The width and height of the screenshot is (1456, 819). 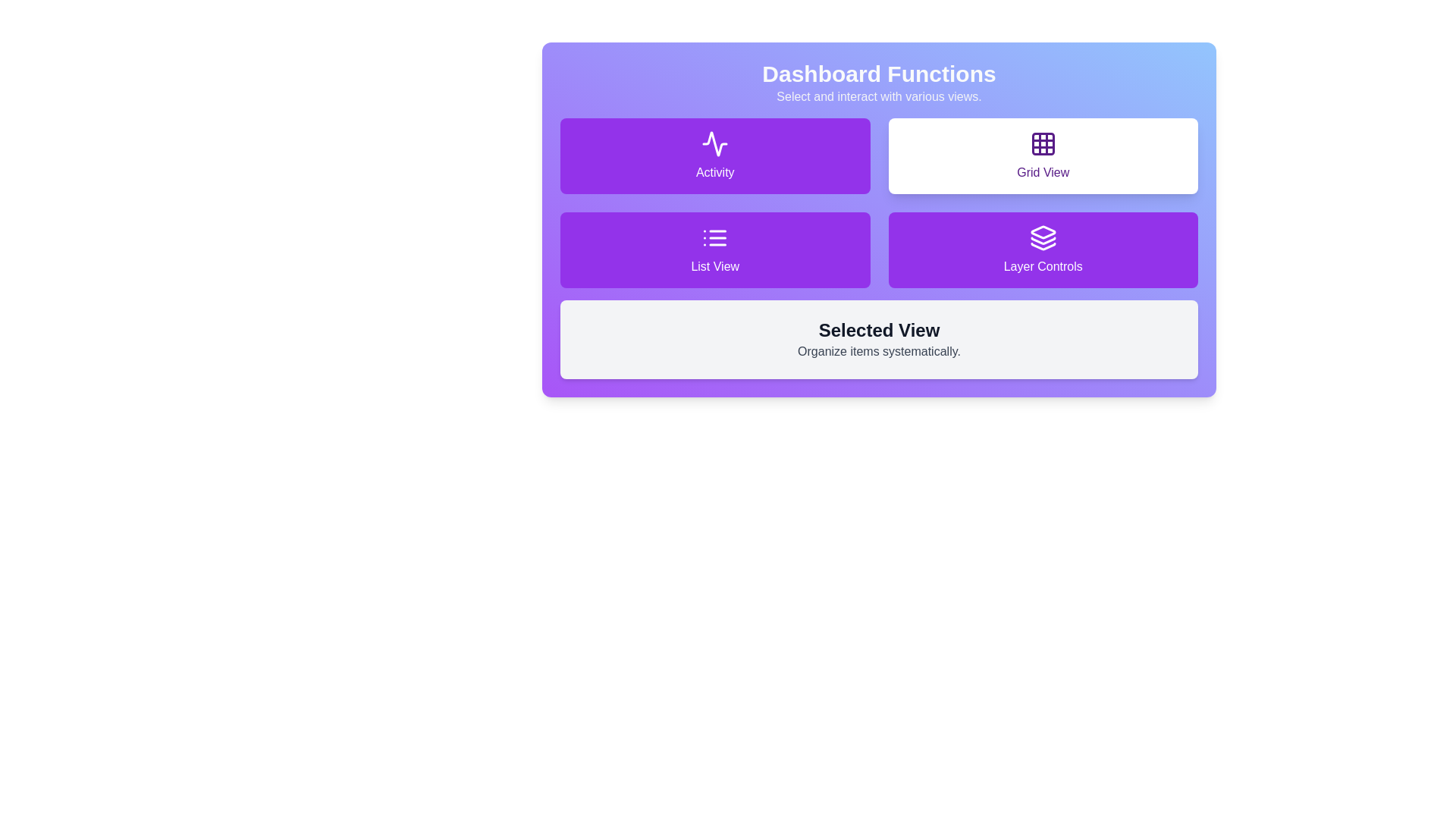 What do you see at coordinates (714, 155) in the screenshot?
I see `the 'Activity' button, which is a rectangular button with a rounded border, featuring a vibrant purple background and a white icon resembling an activity trace with the text 'Activity' below it` at bounding box center [714, 155].